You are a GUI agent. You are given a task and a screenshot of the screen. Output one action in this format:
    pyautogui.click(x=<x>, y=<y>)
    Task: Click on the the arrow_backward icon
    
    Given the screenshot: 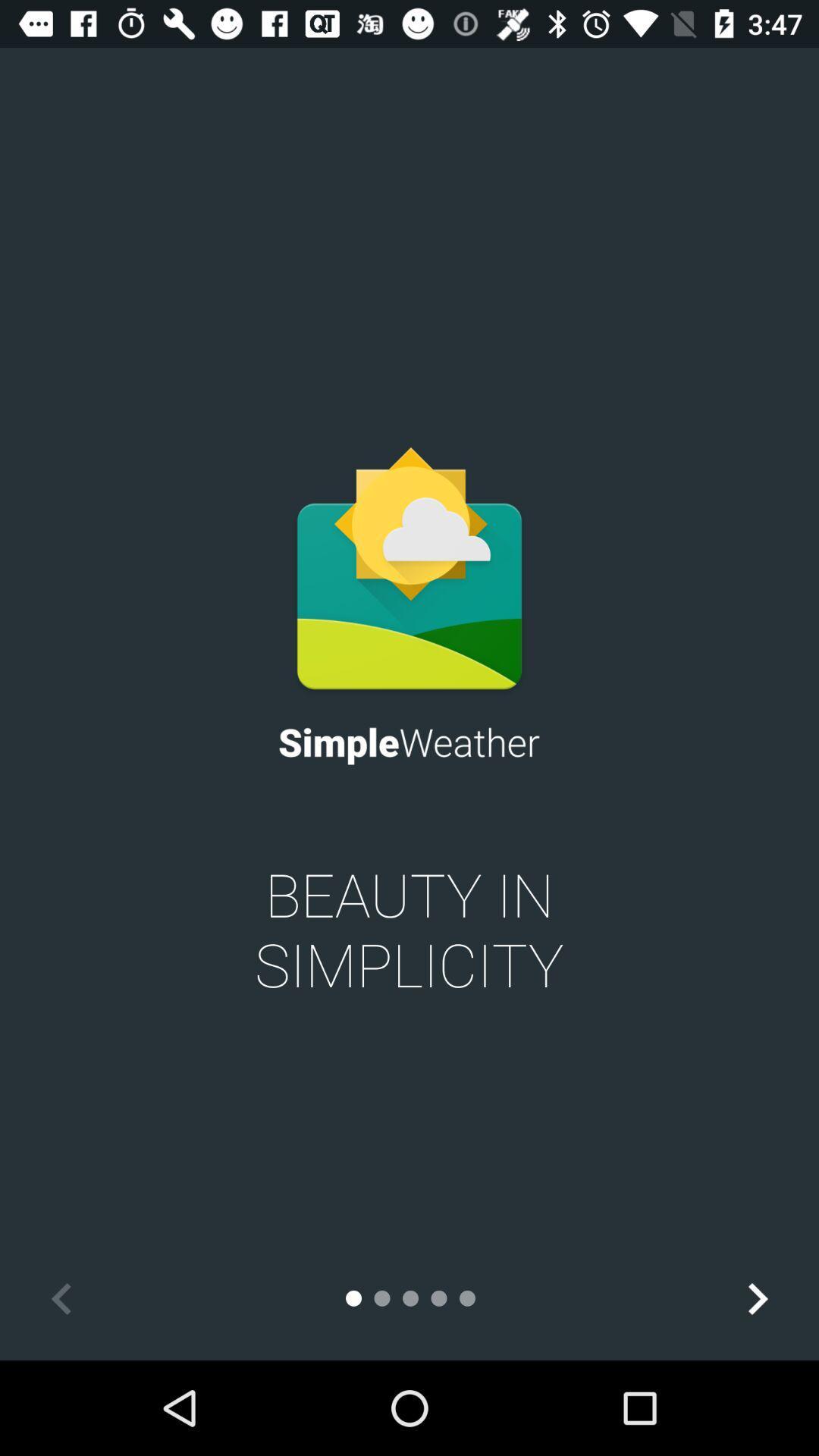 What is the action you would take?
    pyautogui.click(x=61, y=1298)
    